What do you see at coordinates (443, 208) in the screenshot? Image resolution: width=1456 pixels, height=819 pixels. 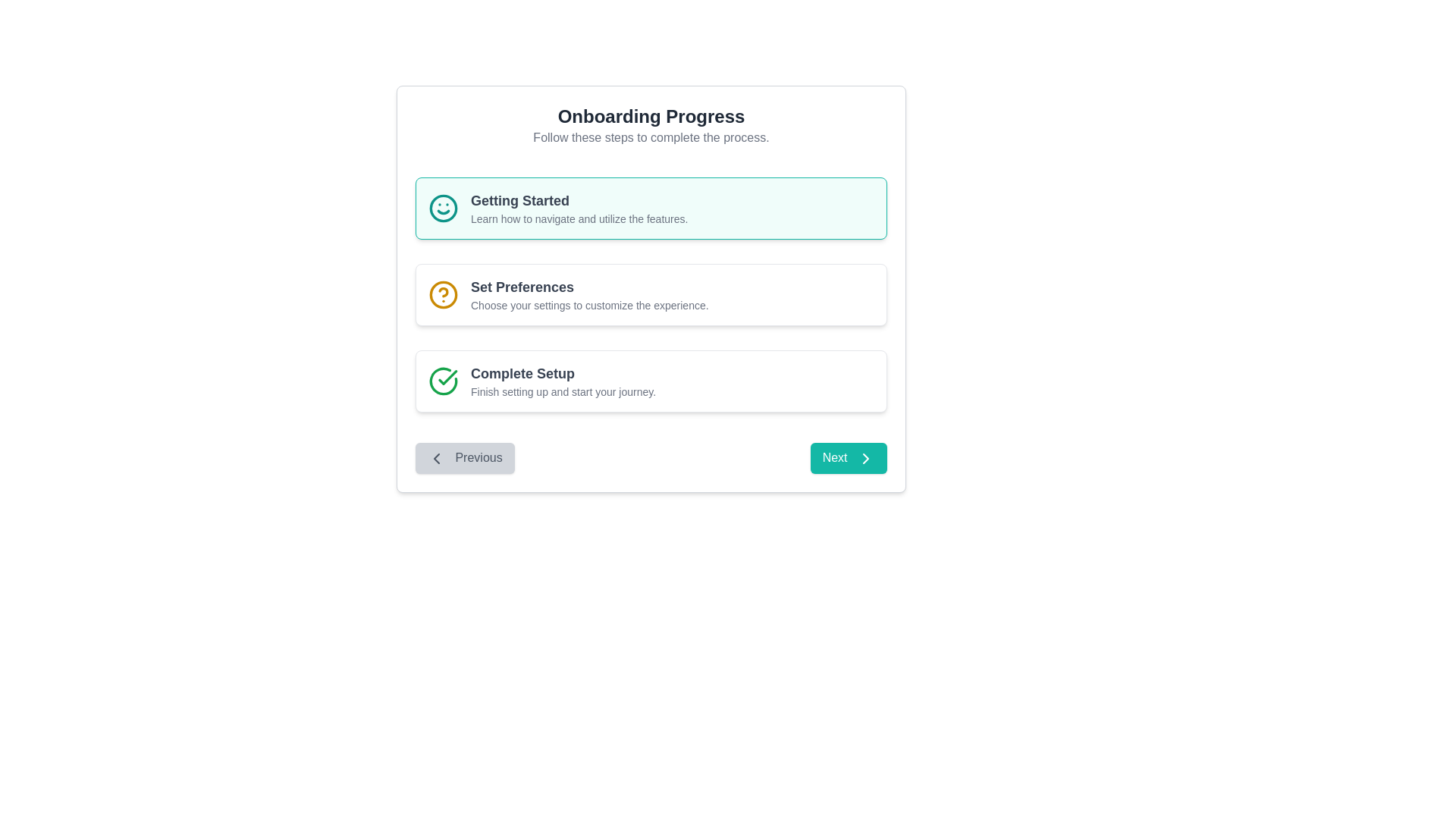 I see `the decorative icon representing the 'Getting Started' step, which is located to the left of the 'Getting Started' text in a vertically-aligned list of steps` at bounding box center [443, 208].